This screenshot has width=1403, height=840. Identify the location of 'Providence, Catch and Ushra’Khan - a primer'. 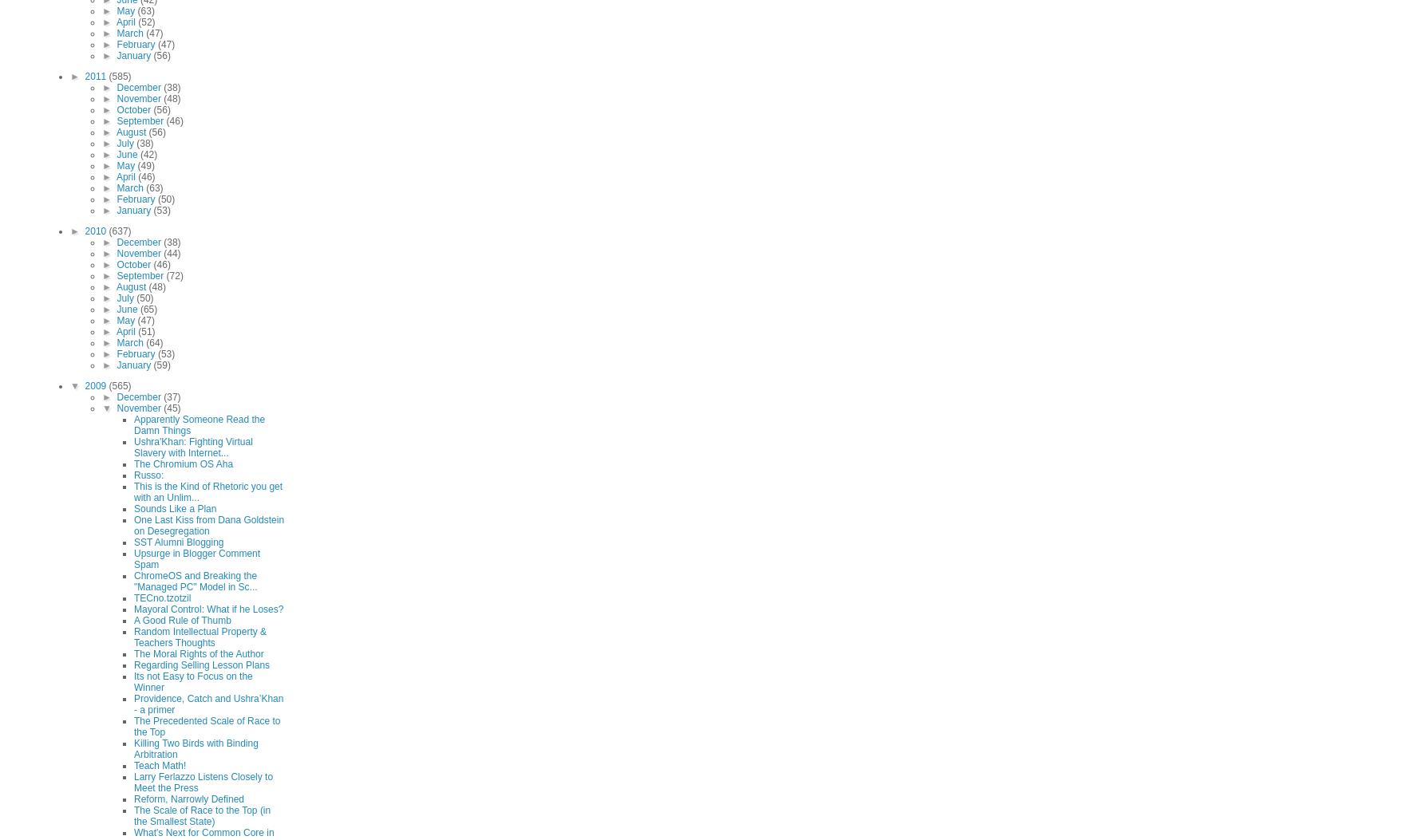
(207, 704).